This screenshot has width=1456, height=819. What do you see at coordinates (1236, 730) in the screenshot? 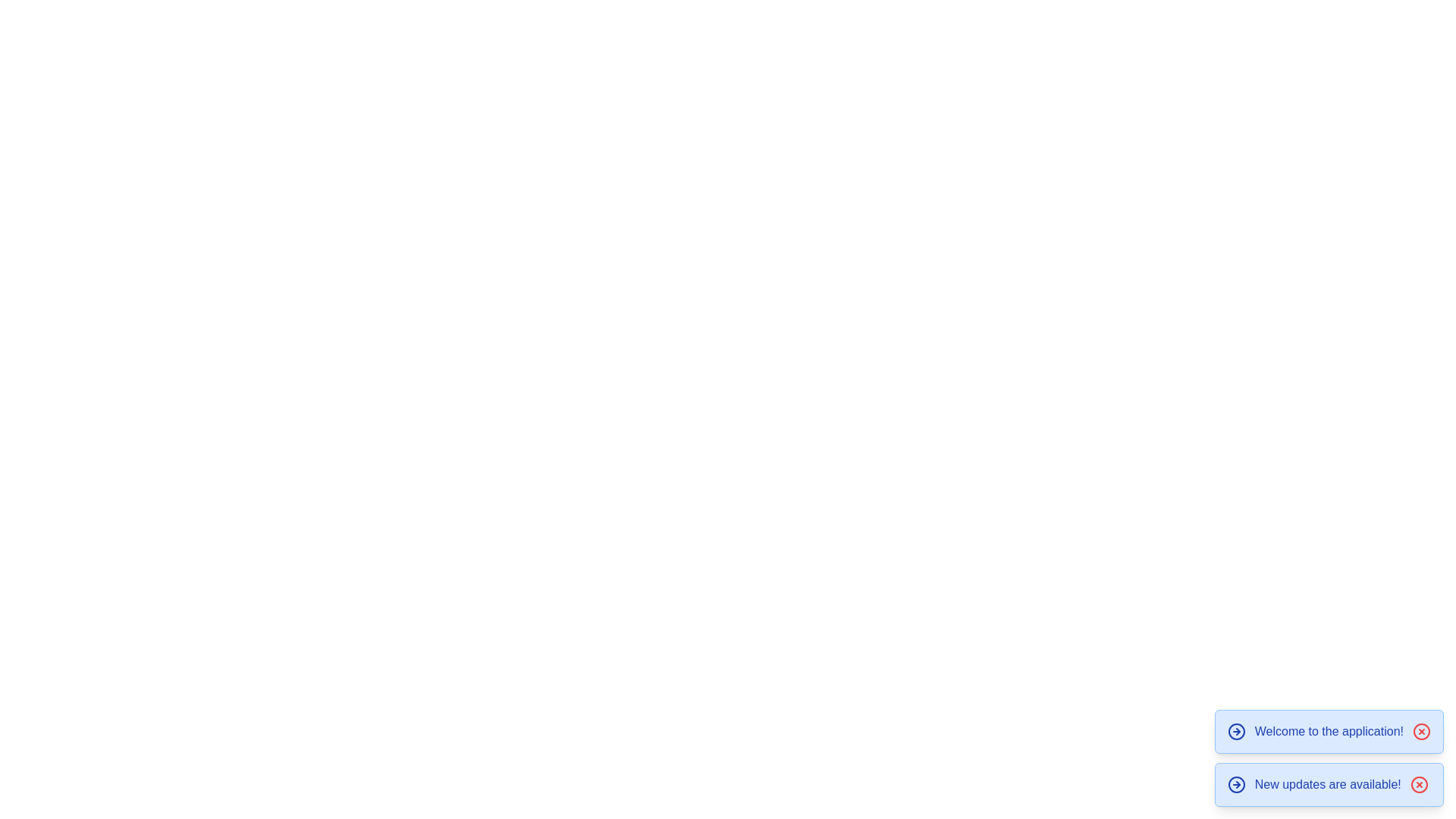
I see `the icon located at the leftmost edge of the notification box displaying 'Welcome to the application!', signaling forward navigation` at bounding box center [1236, 730].